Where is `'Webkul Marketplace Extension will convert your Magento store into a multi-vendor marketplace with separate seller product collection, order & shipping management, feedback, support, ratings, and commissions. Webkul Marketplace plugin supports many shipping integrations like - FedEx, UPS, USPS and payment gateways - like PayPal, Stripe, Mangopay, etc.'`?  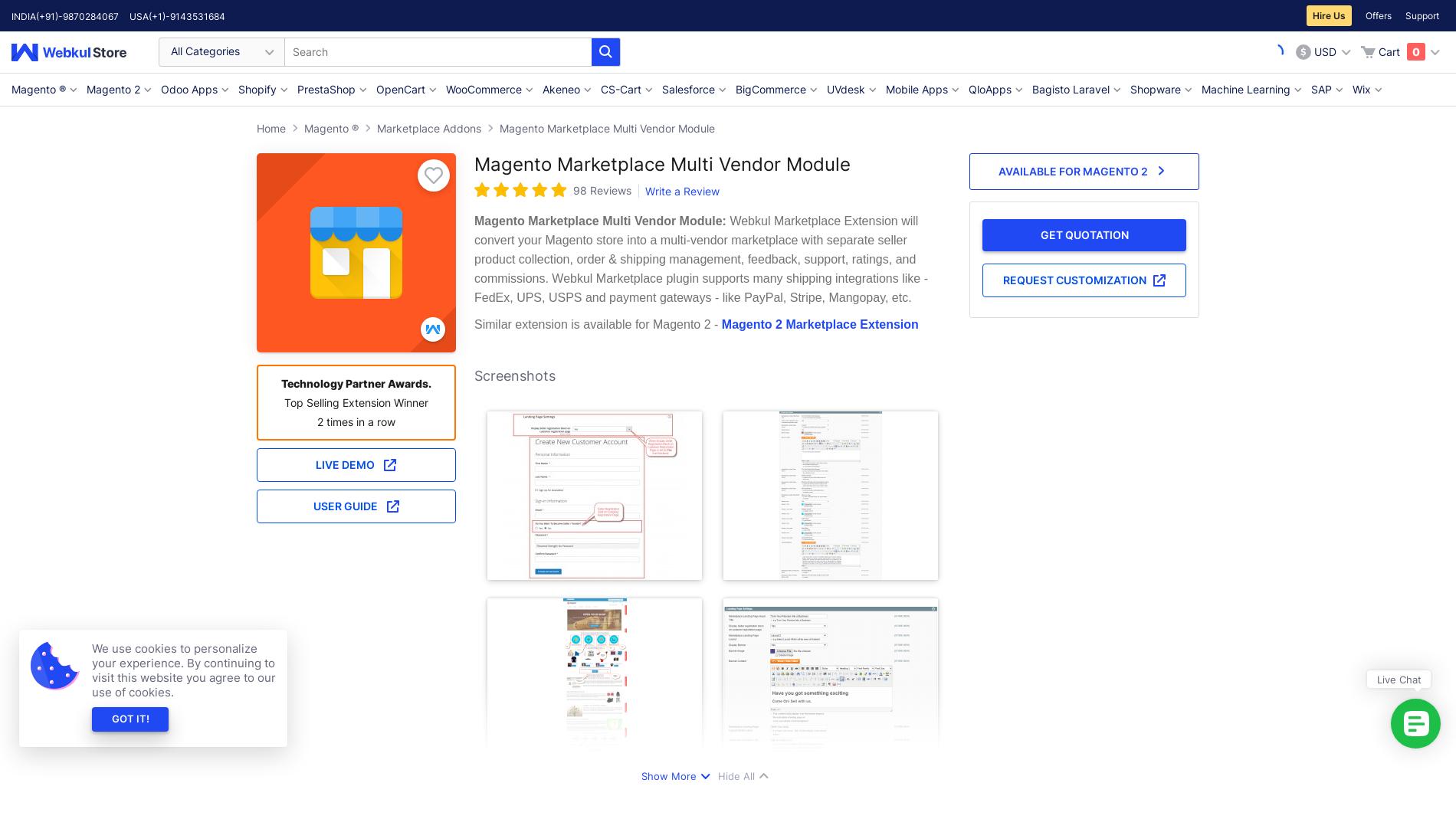 'Webkul Marketplace Extension will convert your Magento store into a multi-vendor marketplace with separate seller product collection, order & shipping management, feedback, support, ratings, and commissions. Webkul Marketplace plugin supports many shipping integrations like - FedEx, UPS, USPS and payment gateways - like PayPal, Stripe, Mangopay, etc.' is located at coordinates (700, 259).